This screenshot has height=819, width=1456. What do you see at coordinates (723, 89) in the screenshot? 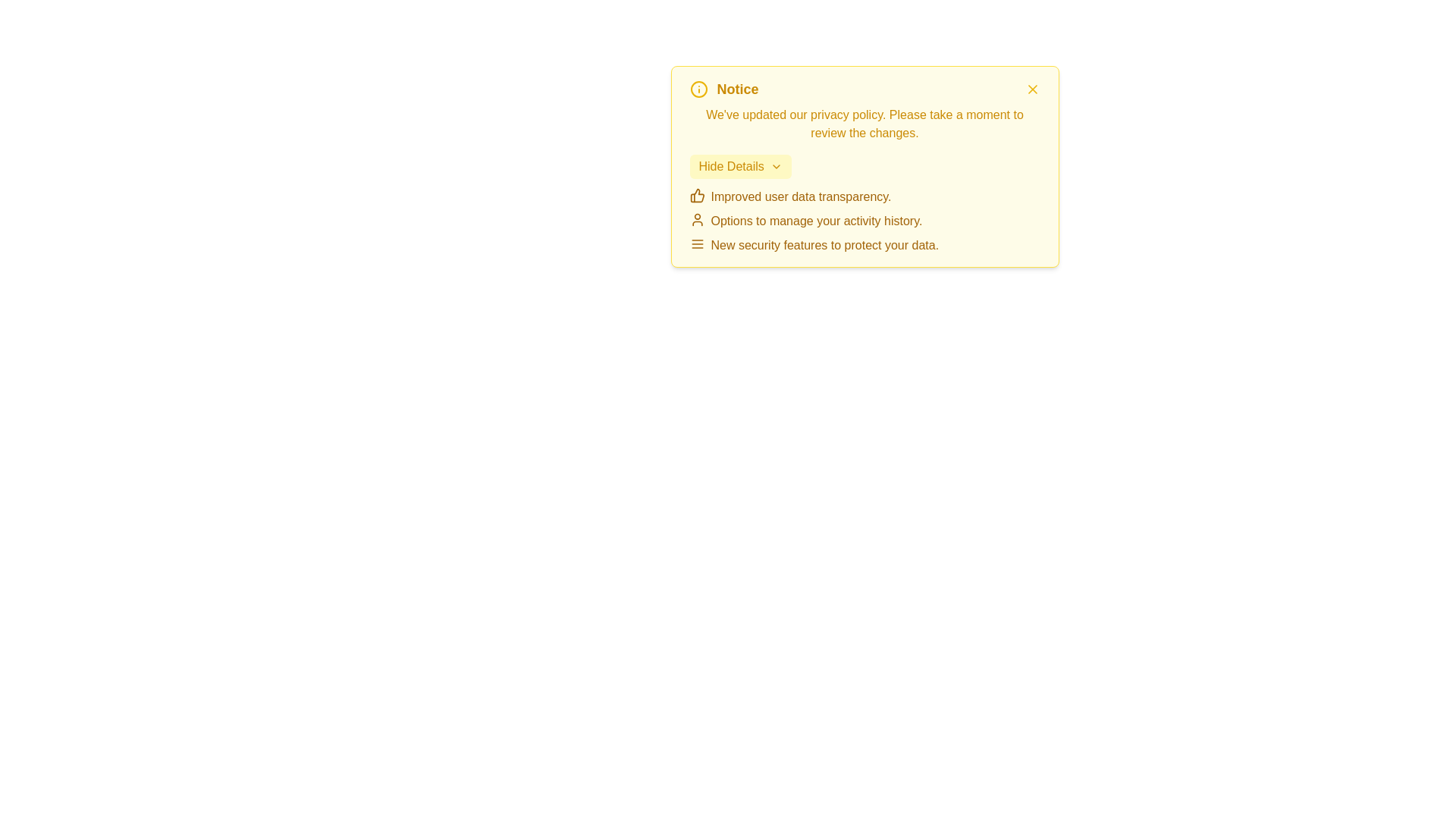
I see `title of the notification box located at the top-left corner, which provides context about the notification's purpose` at bounding box center [723, 89].